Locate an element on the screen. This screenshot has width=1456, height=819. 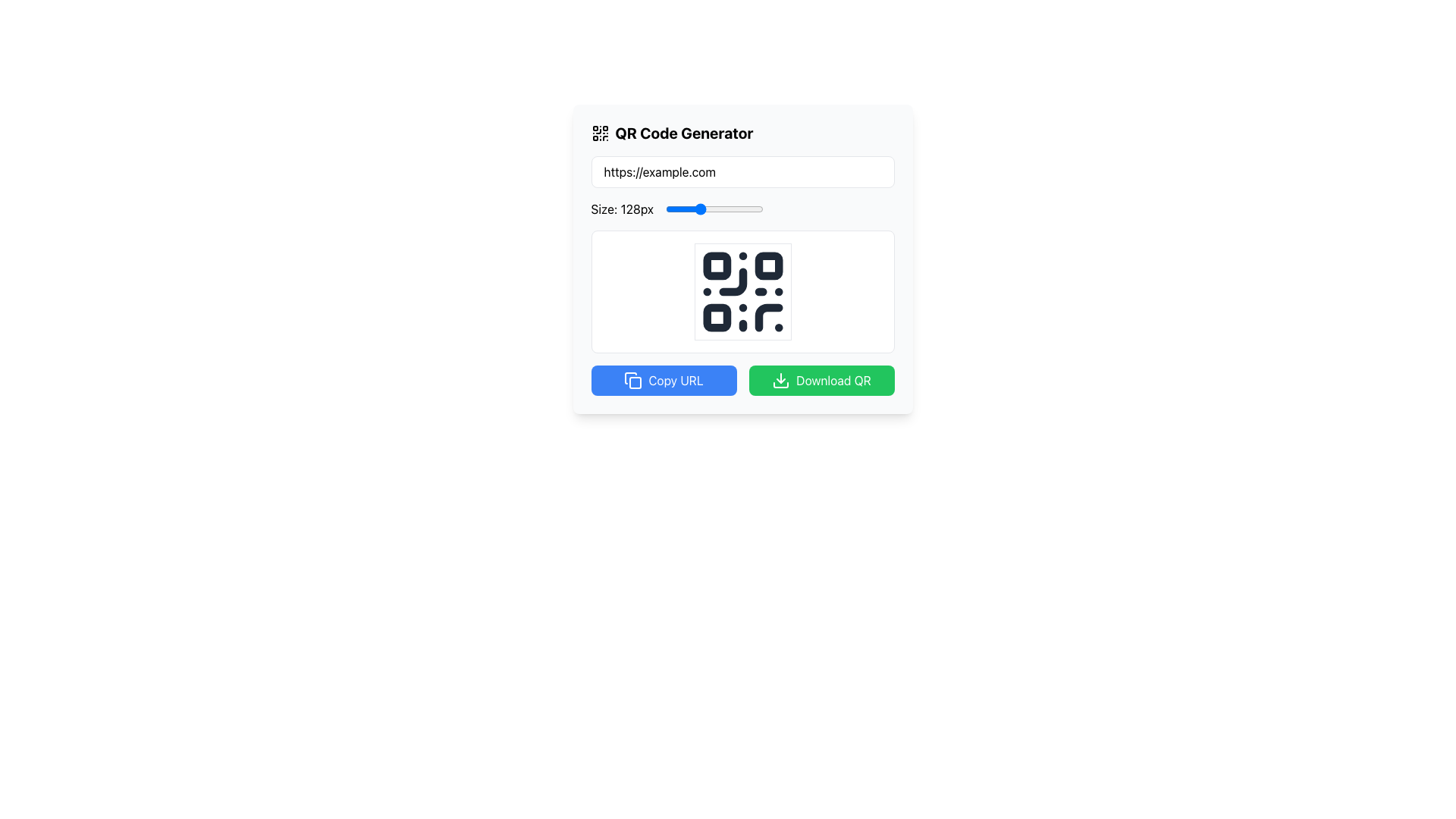
the Header row with an icon and text that identifies the QR Code Generator section, located at the uppermost area of the form is located at coordinates (742, 133).